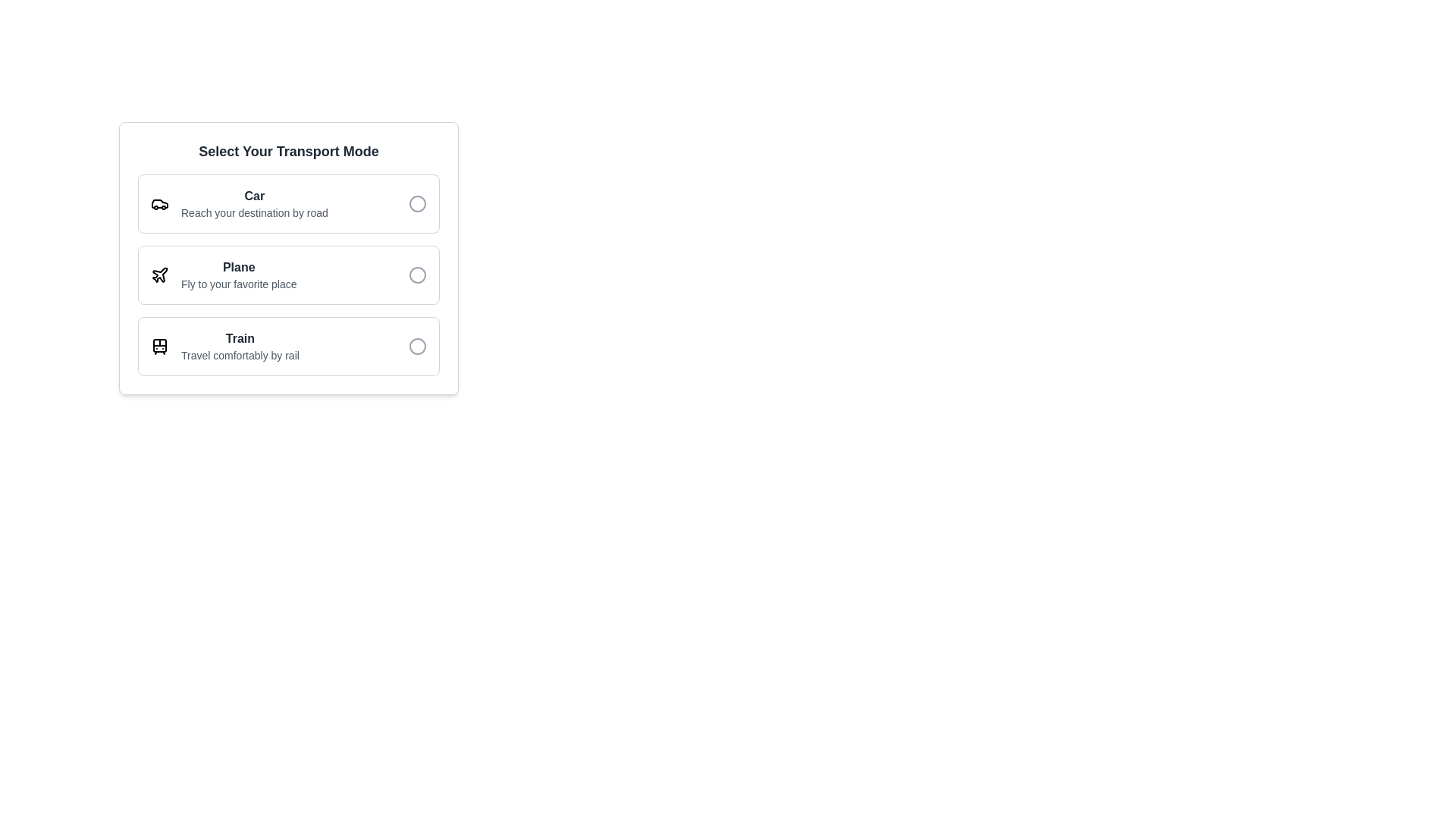 This screenshot has height=819, width=1456. What do you see at coordinates (239, 338) in the screenshot?
I see `the 'Train' label element, which is styled in bold dark-gray text and located in the third option block for transport modes, positioned below 'Car' and 'Plane' options` at bounding box center [239, 338].